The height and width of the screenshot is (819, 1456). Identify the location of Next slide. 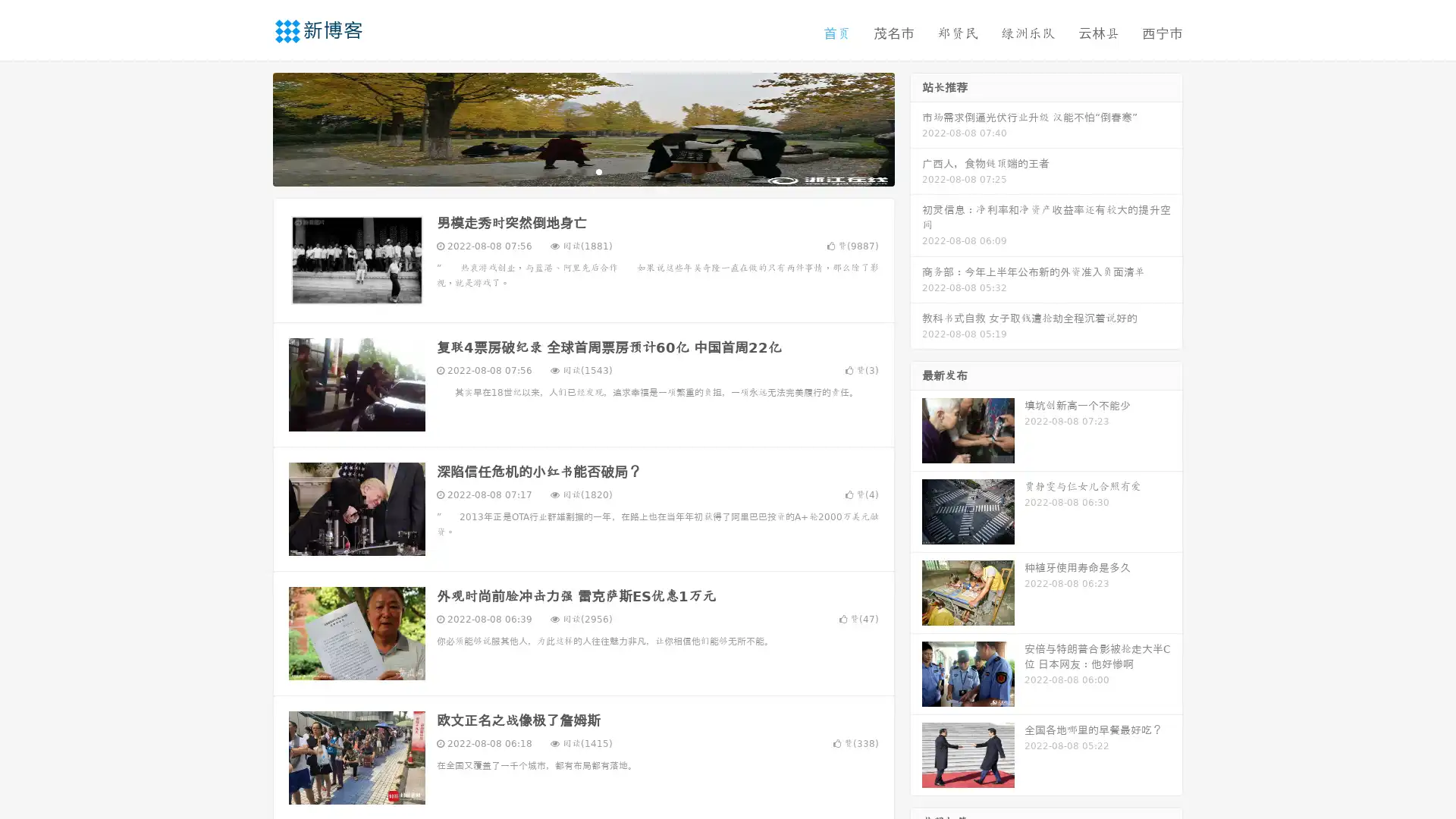
(916, 127).